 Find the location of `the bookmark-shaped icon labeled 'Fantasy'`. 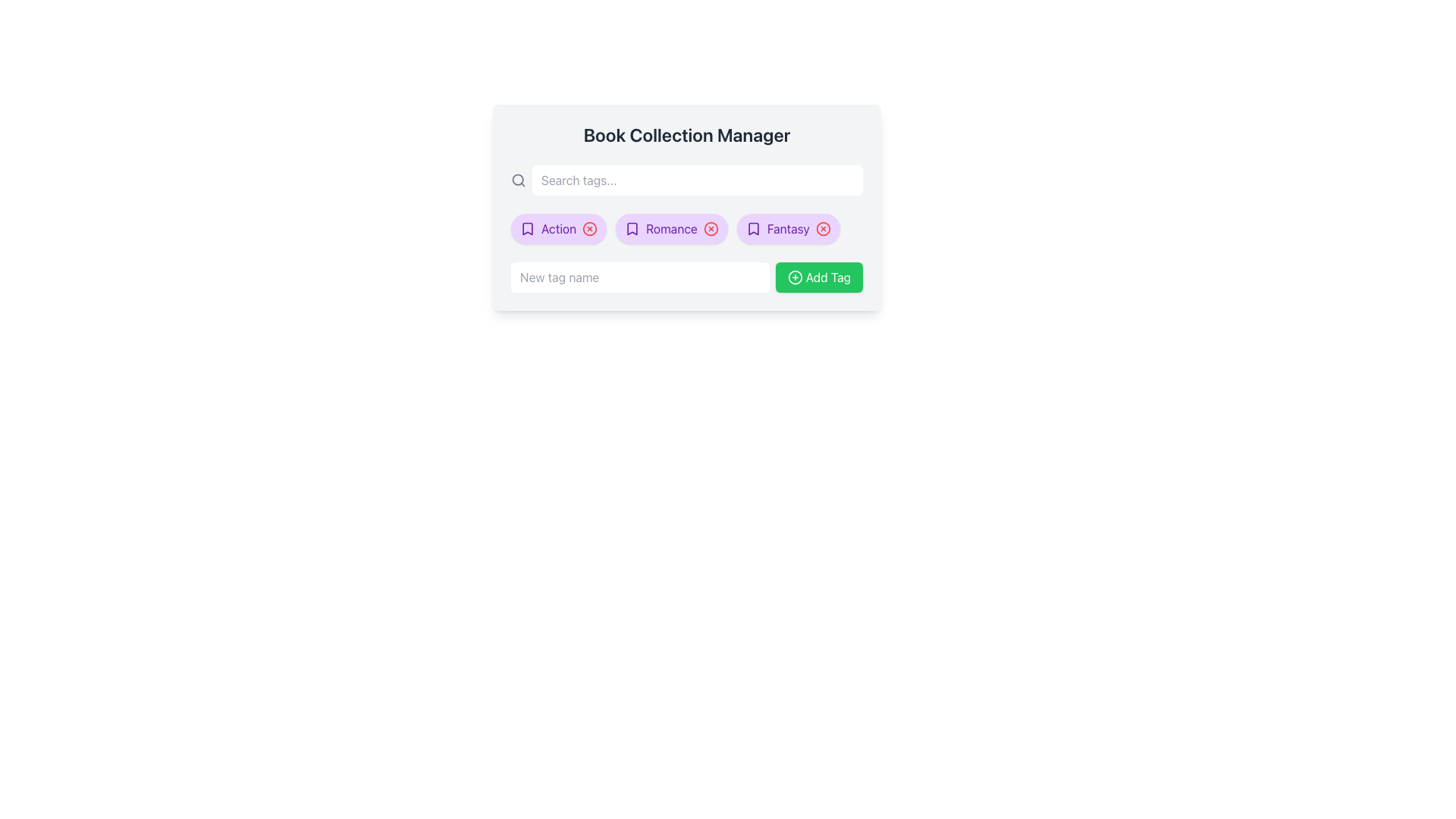

the bookmark-shaped icon labeled 'Fantasy' is located at coordinates (753, 228).